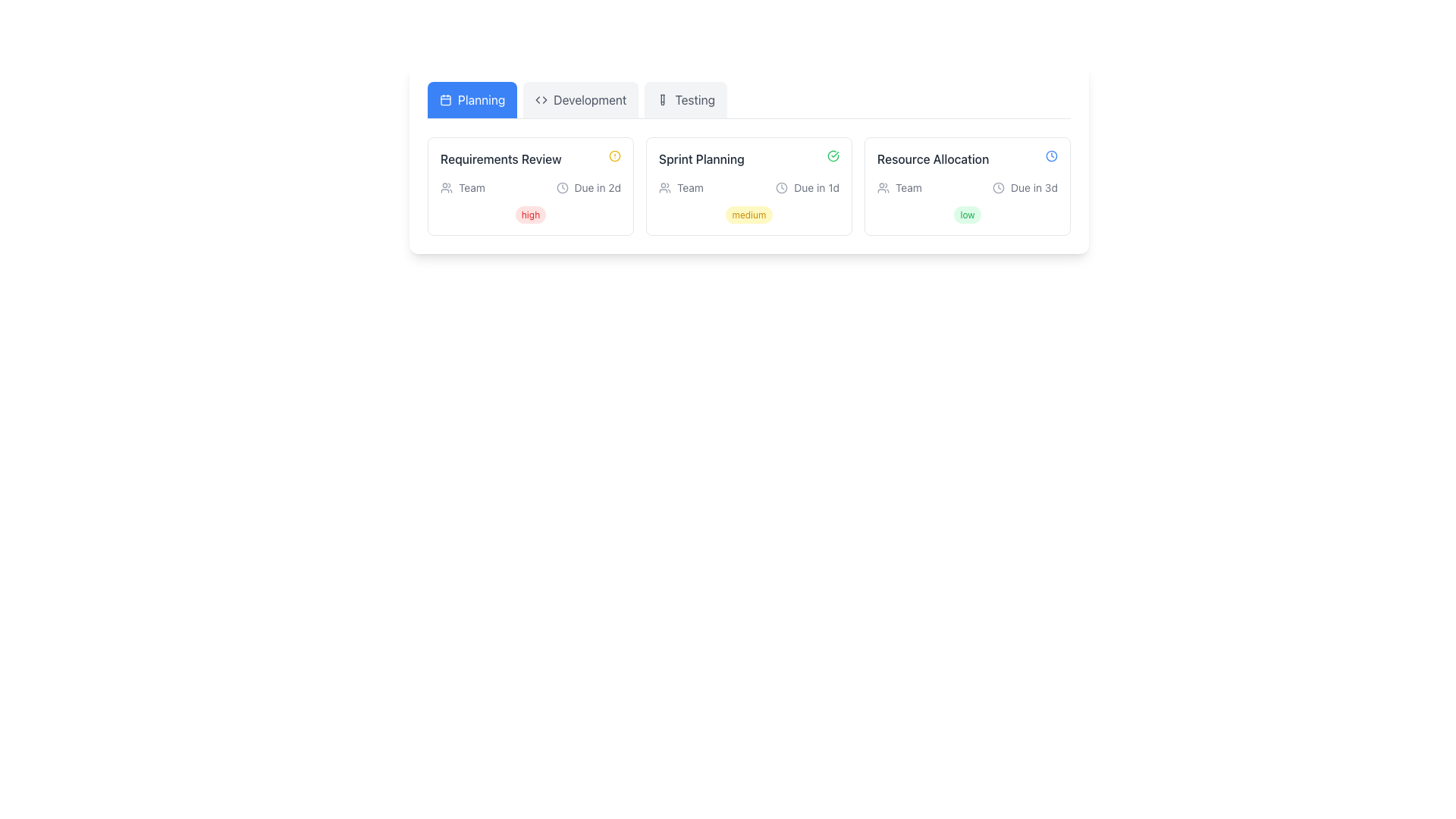 The height and width of the screenshot is (819, 1456). I want to click on the group of people icon located in the leftmost card under the 'Planning' tab, near the text 'Team', so click(446, 187).